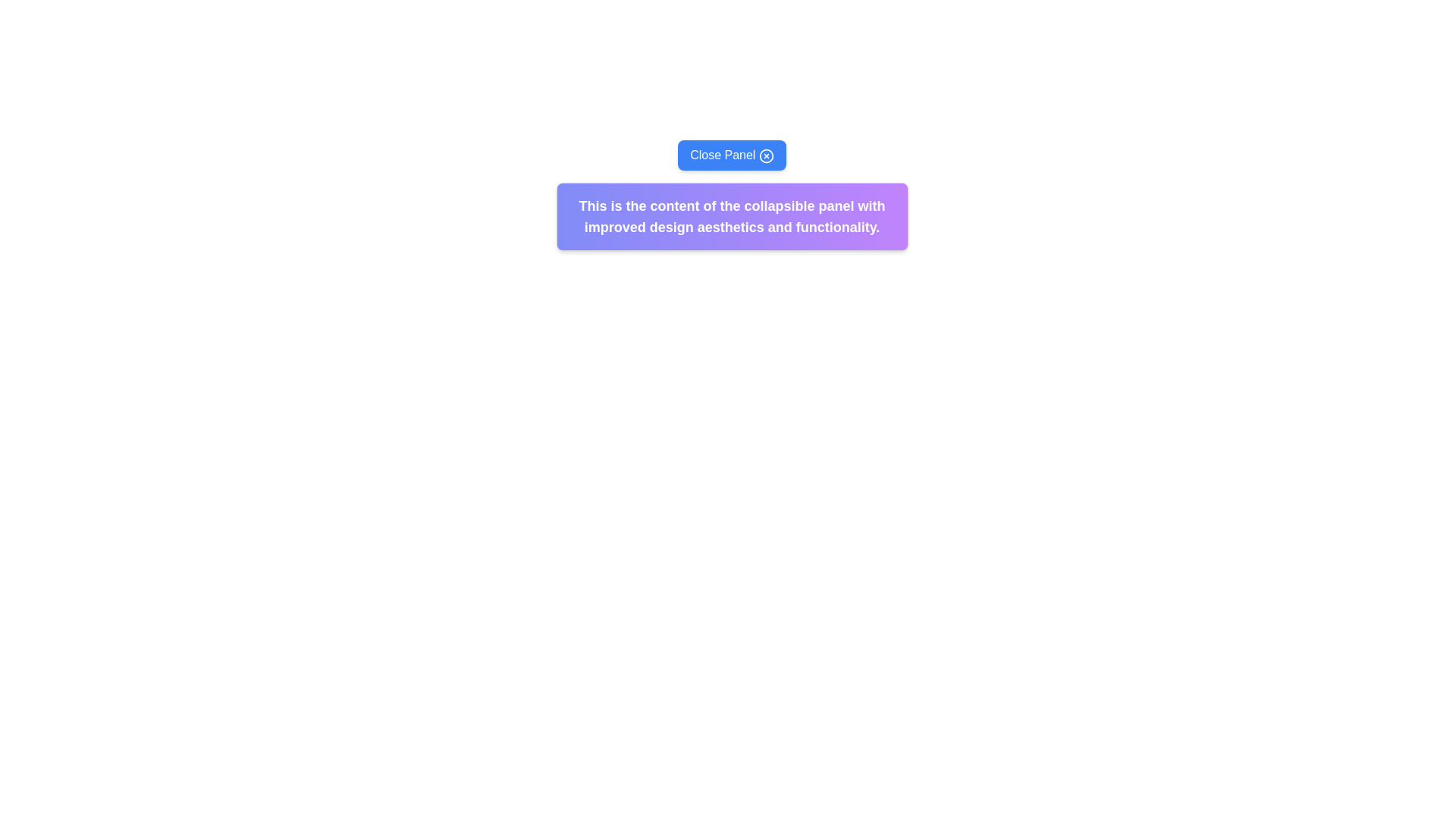 The height and width of the screenshot is (819, 1456). I want to click on the center of the icon that is located to the right of the 'Close Panel' text within the button at the top of the content area, so click(766, 155).